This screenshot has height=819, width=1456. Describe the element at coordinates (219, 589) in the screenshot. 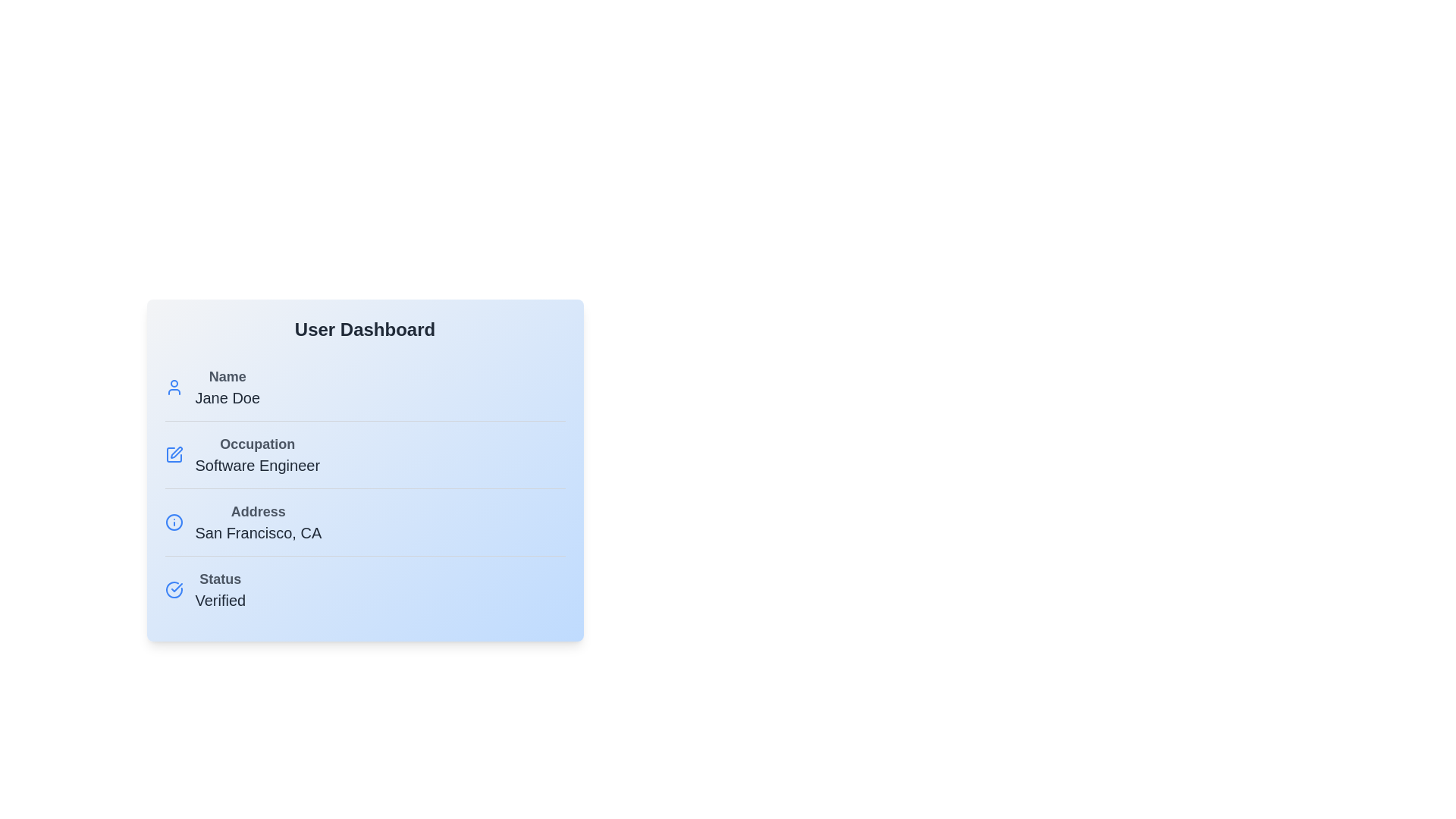

I see `the 'Verified' status text label located in the 'User Dashboard' section, positioned to the right of the checkmark icon` at that location.